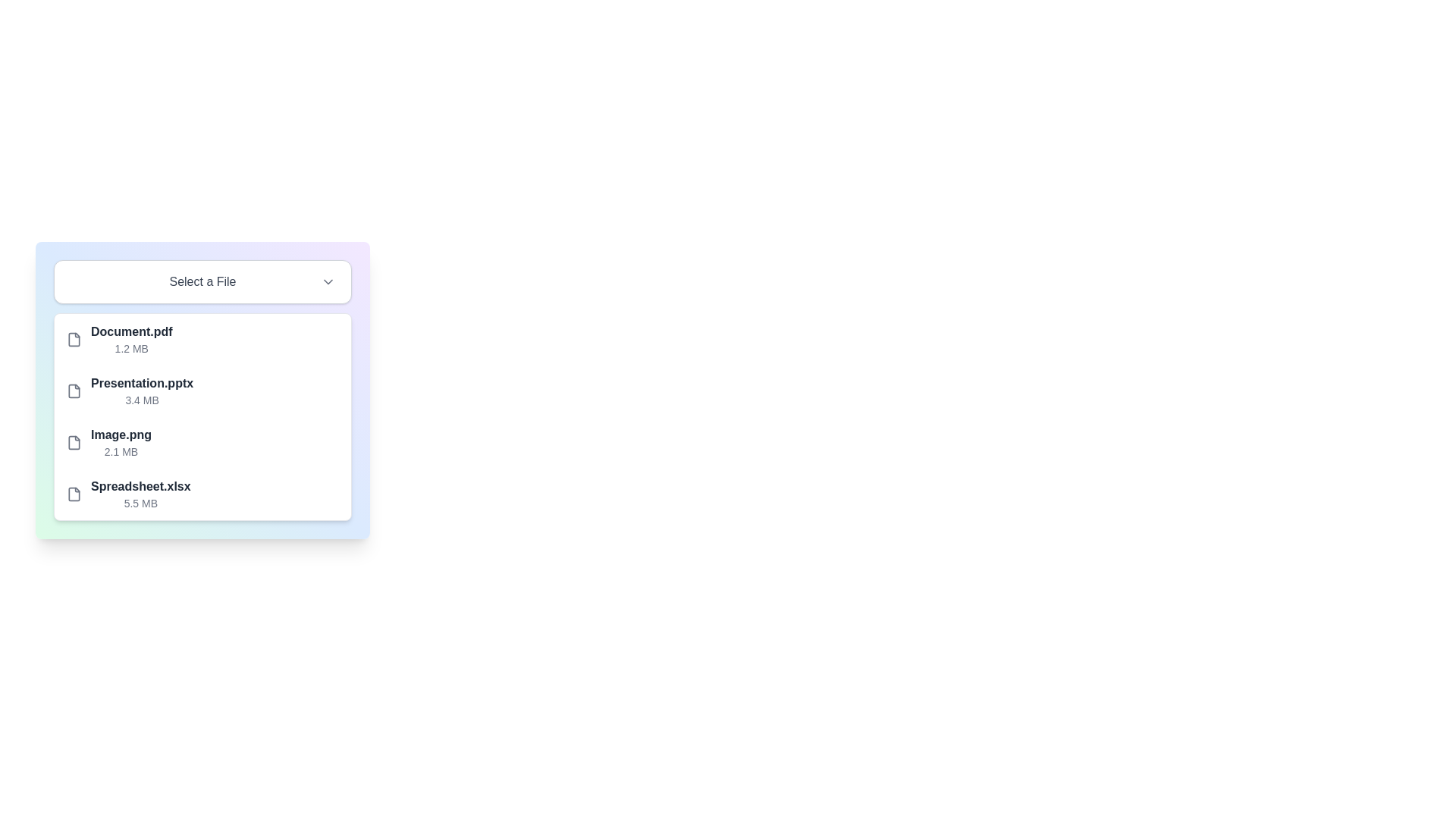 The image size is (1456, 819). I want to click on the downward pointing arrow icon in the 'Select a File' button group, so click(327, 281).